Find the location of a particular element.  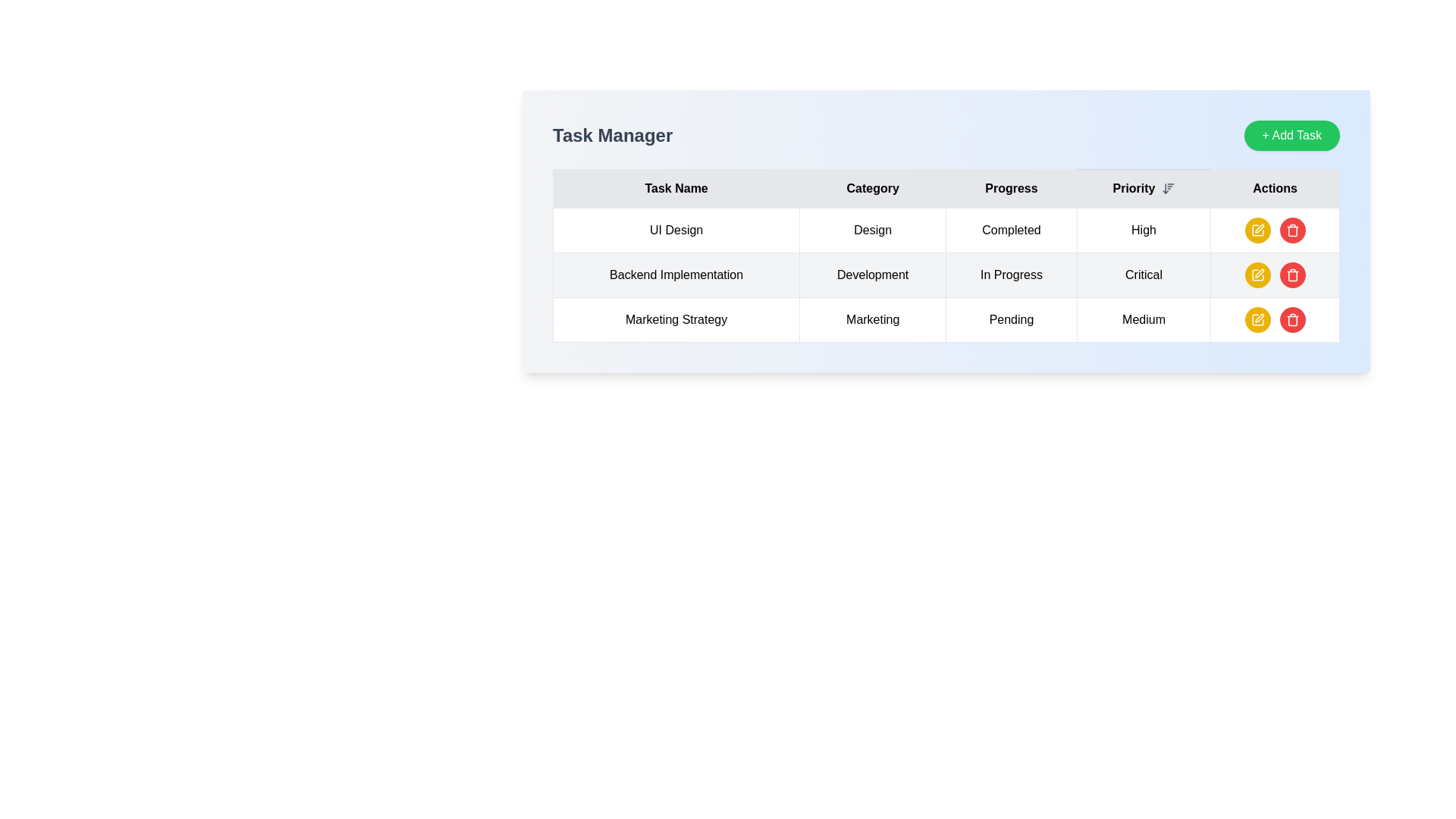

the 'Category' column header text label, which is the second column in the table layout, positioned between the 'Task Name' header and the 'Progress' header, located in the top center portion of the interface with a gray background is located at coordinates (873, 188).